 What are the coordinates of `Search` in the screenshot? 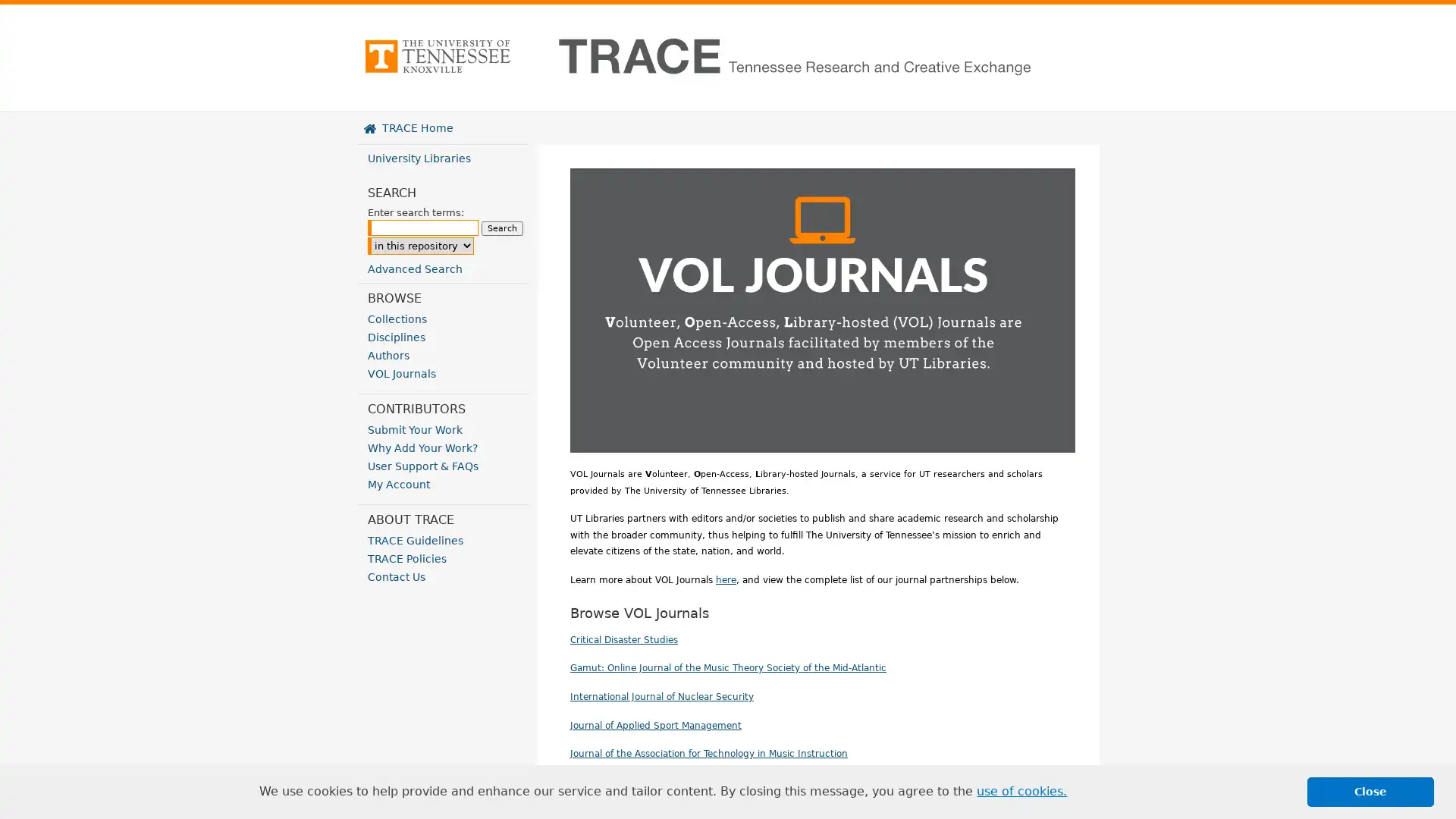 It's located at (502, 228).